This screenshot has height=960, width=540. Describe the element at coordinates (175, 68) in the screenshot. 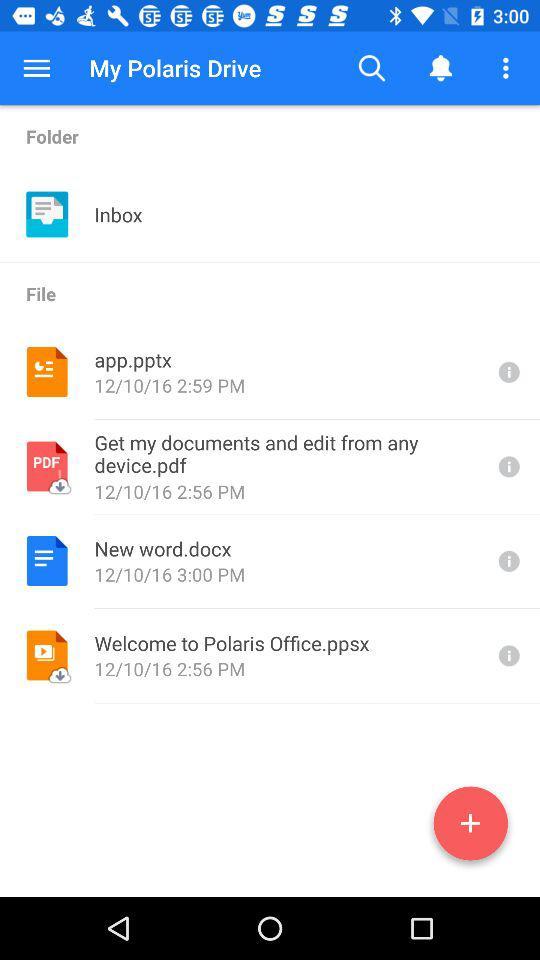

I see `my polaris drive button` at that location.